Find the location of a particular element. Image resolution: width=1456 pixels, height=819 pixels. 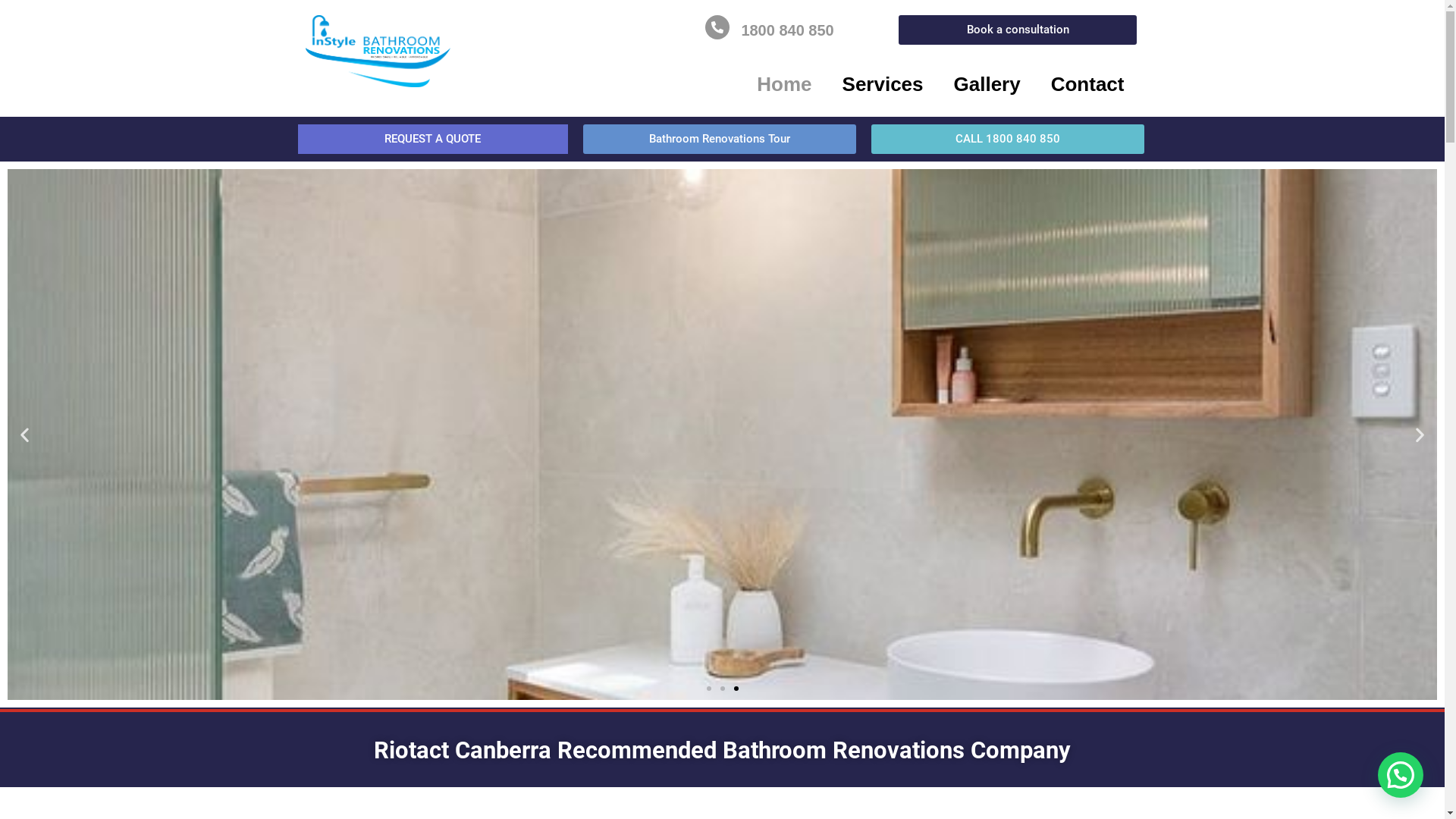

'Bathroom Renovations Tour' is located at coordinates (719, 139).